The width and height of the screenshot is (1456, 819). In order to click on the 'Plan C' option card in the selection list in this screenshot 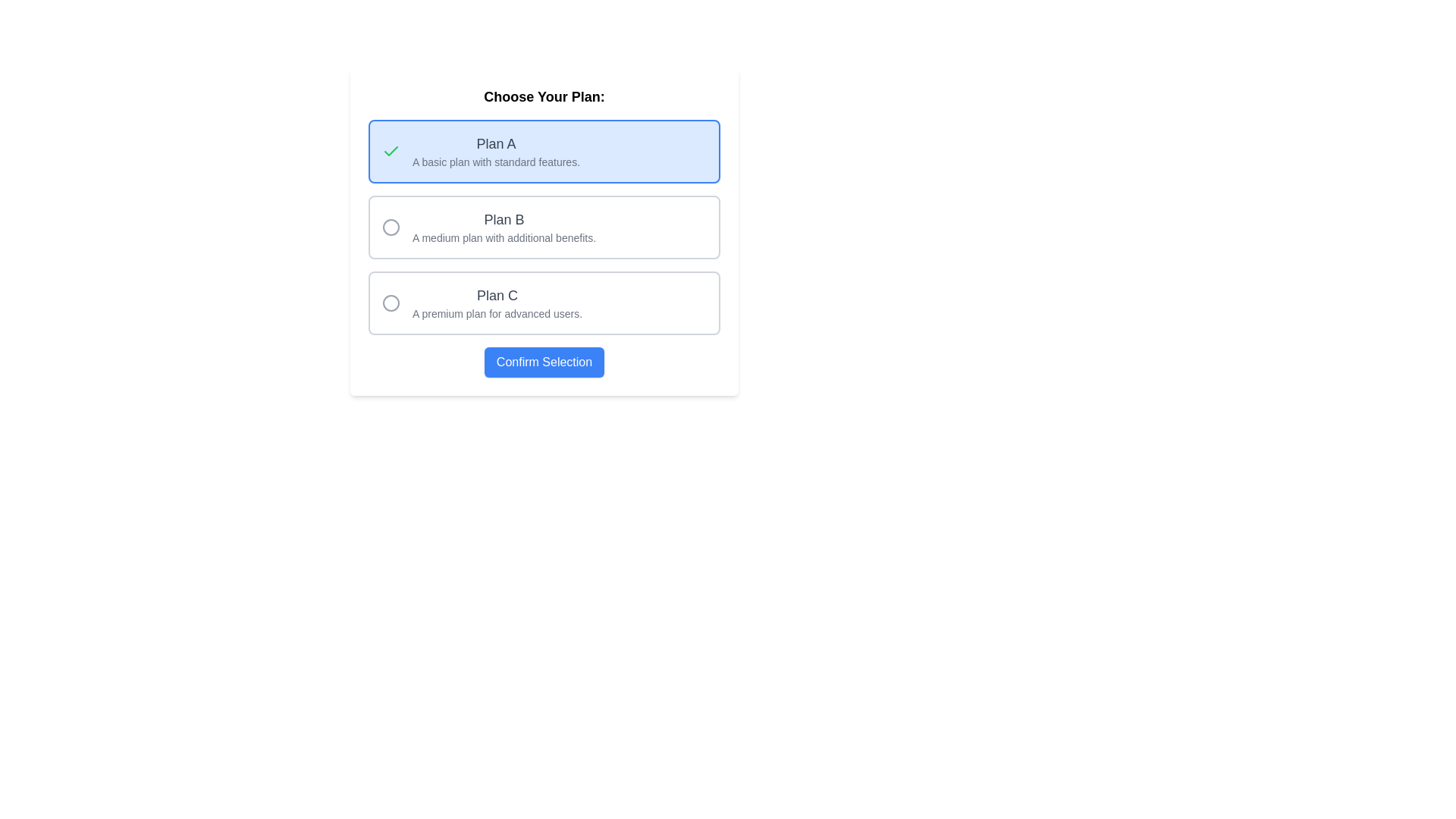, I will do `click(544, 303)`.